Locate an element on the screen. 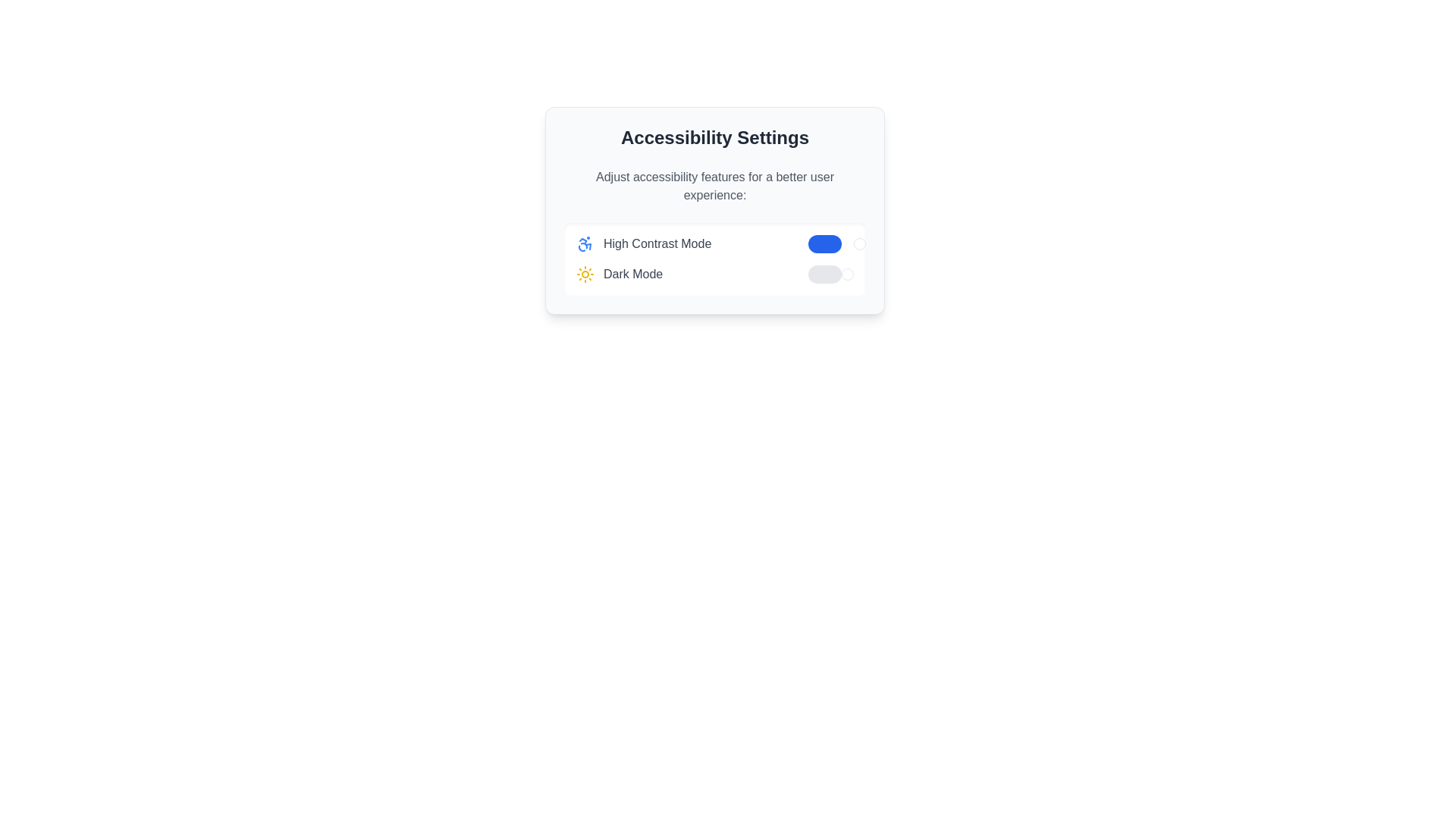 The height and width of the screenshot is (819, 1456). the 'High Contrast Mode' label, which displays in gray and is part of the accessibility settings section is located at coordinates (657, 243).